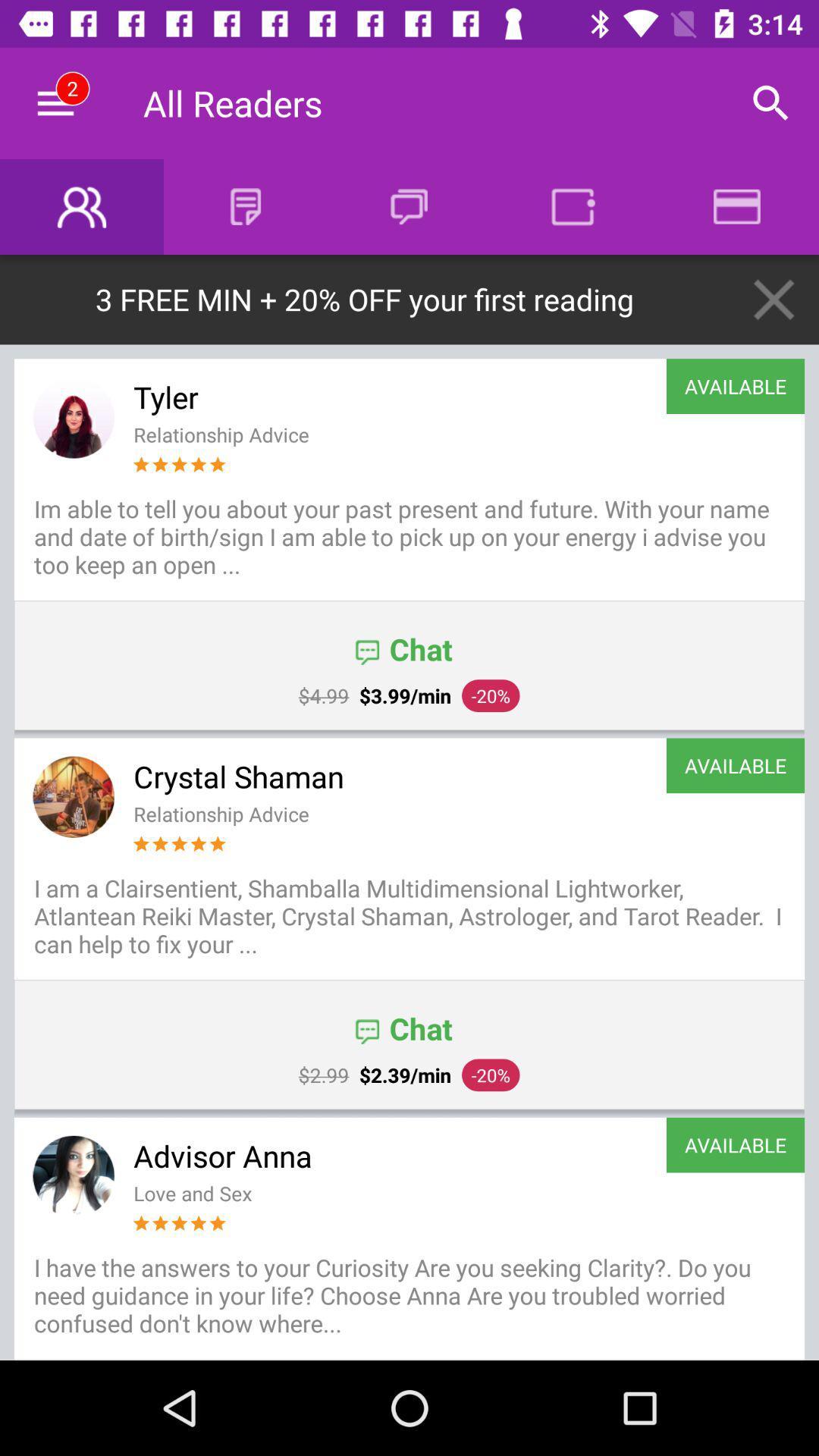  I want to click on the icon to the right of 3 free min icon, so click(773, 300).